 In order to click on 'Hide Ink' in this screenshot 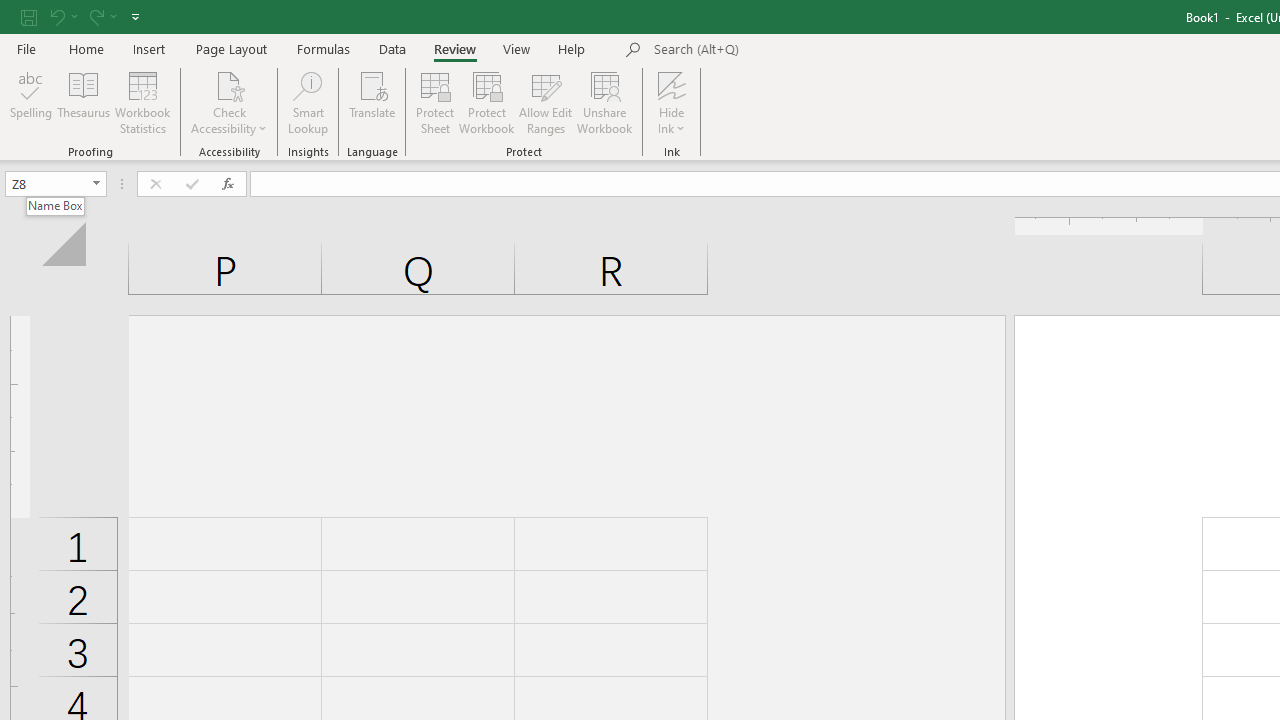, I will do `click(672, 103)`.